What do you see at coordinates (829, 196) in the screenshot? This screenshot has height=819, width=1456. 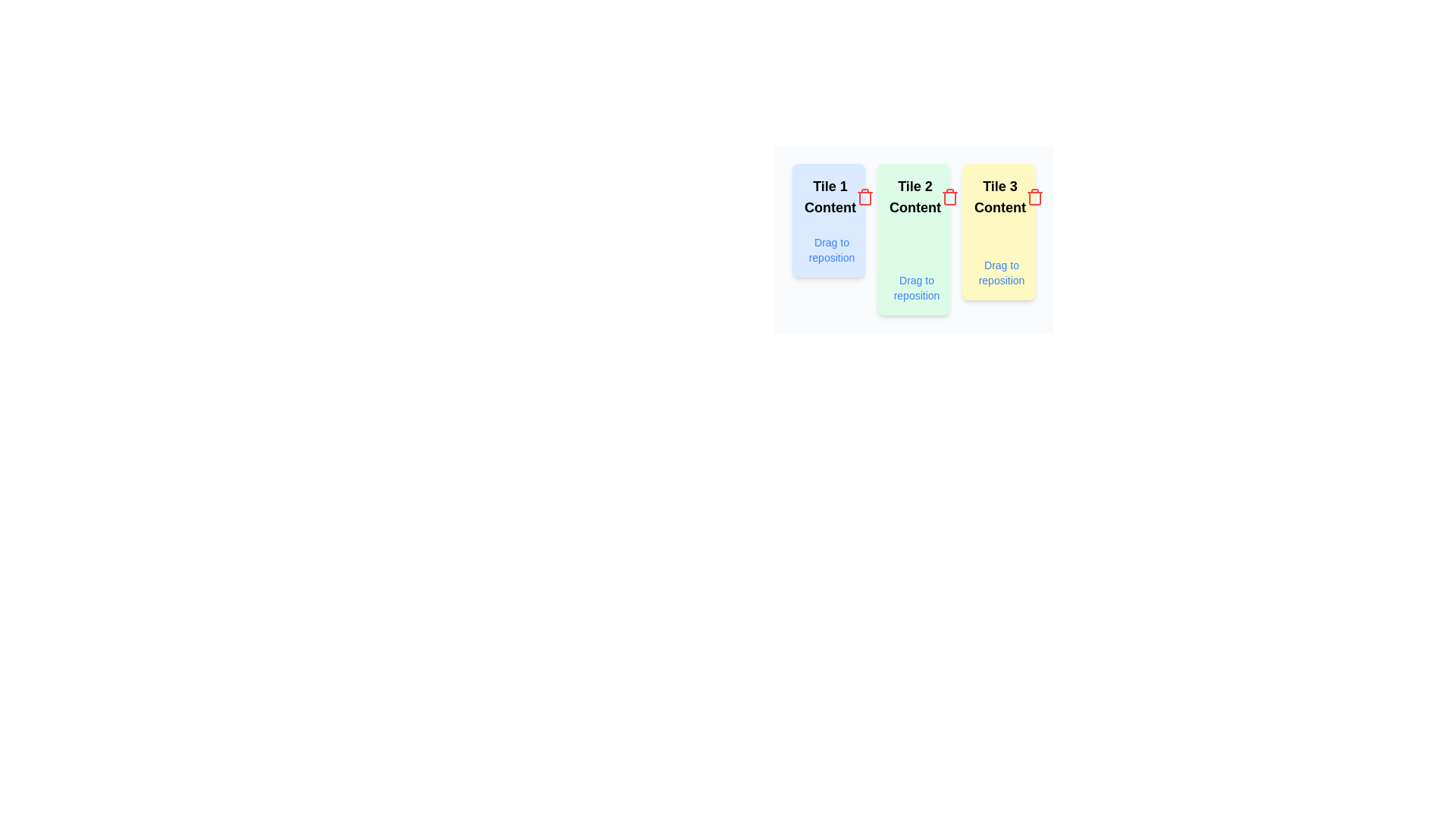 I see `the text label that says 'Tile 1 Content', which is styled with a bold, large font and is visually identifiable by its black text color against a light blue background` at bounding box center [829, 196].